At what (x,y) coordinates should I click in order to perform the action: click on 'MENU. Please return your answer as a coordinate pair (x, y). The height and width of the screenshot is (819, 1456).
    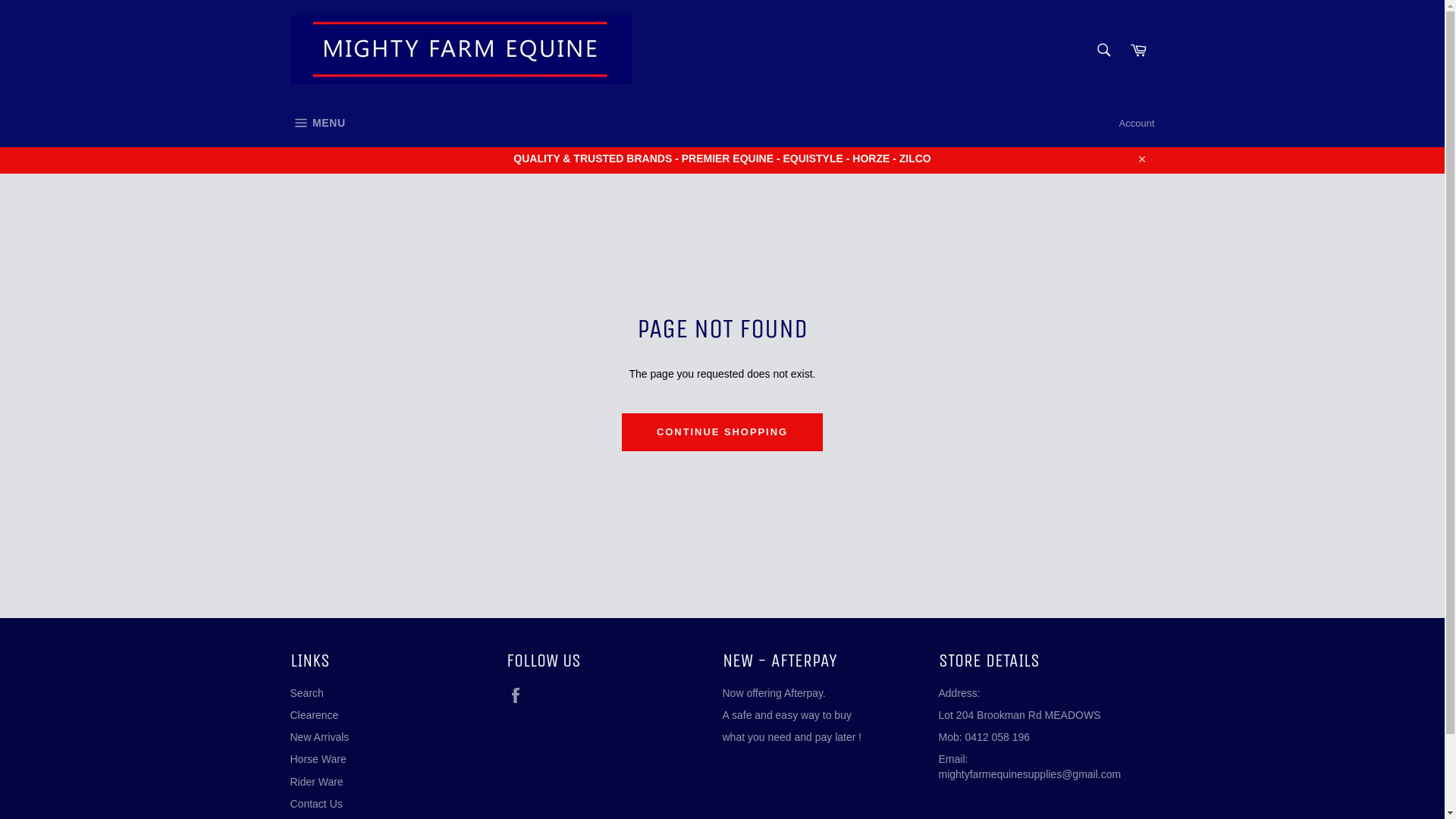
    Looking at the image, I should click on (274, 122).